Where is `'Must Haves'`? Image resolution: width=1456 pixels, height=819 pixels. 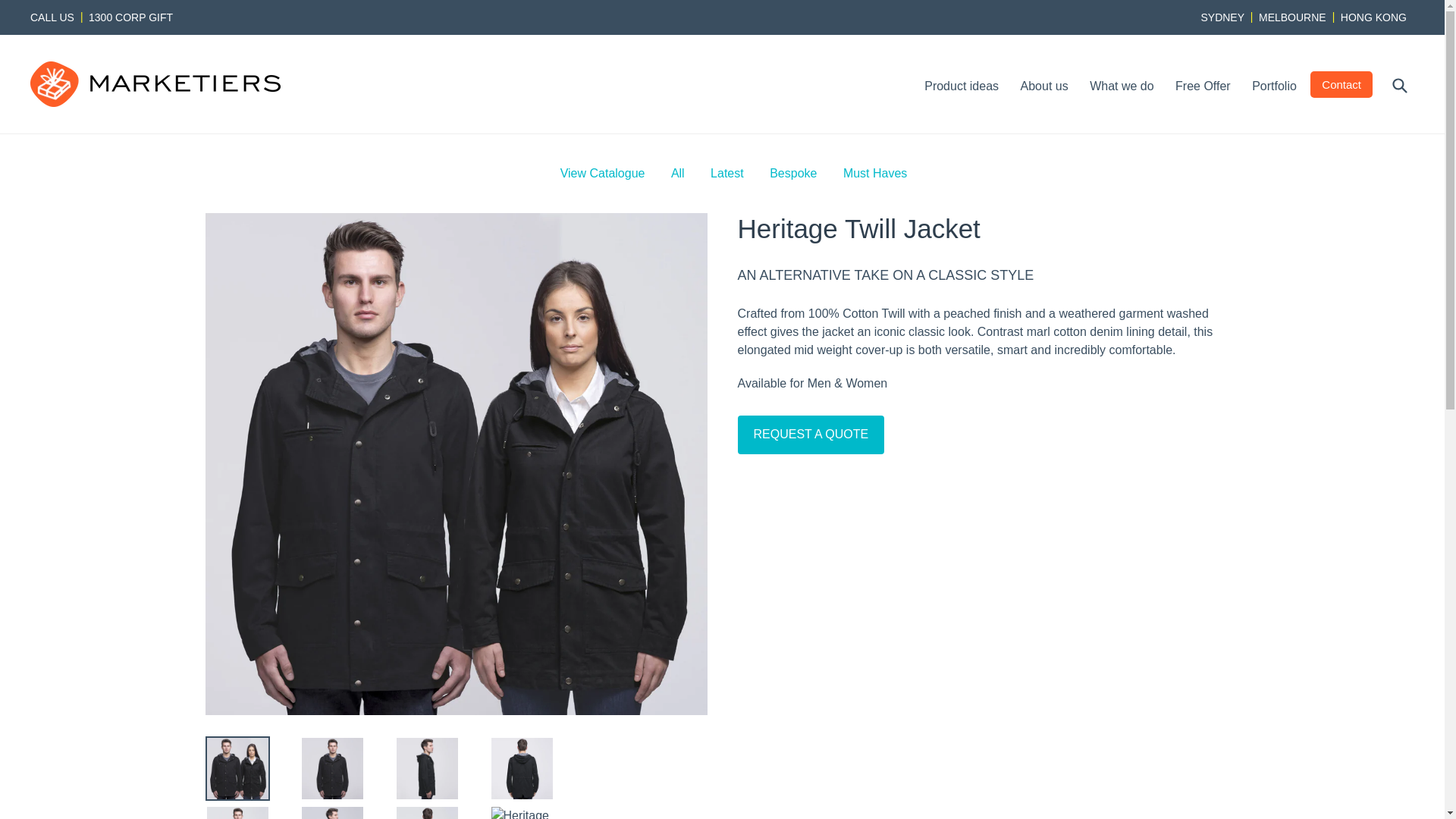 'Must Haves' is located at coordinates (874, 172).